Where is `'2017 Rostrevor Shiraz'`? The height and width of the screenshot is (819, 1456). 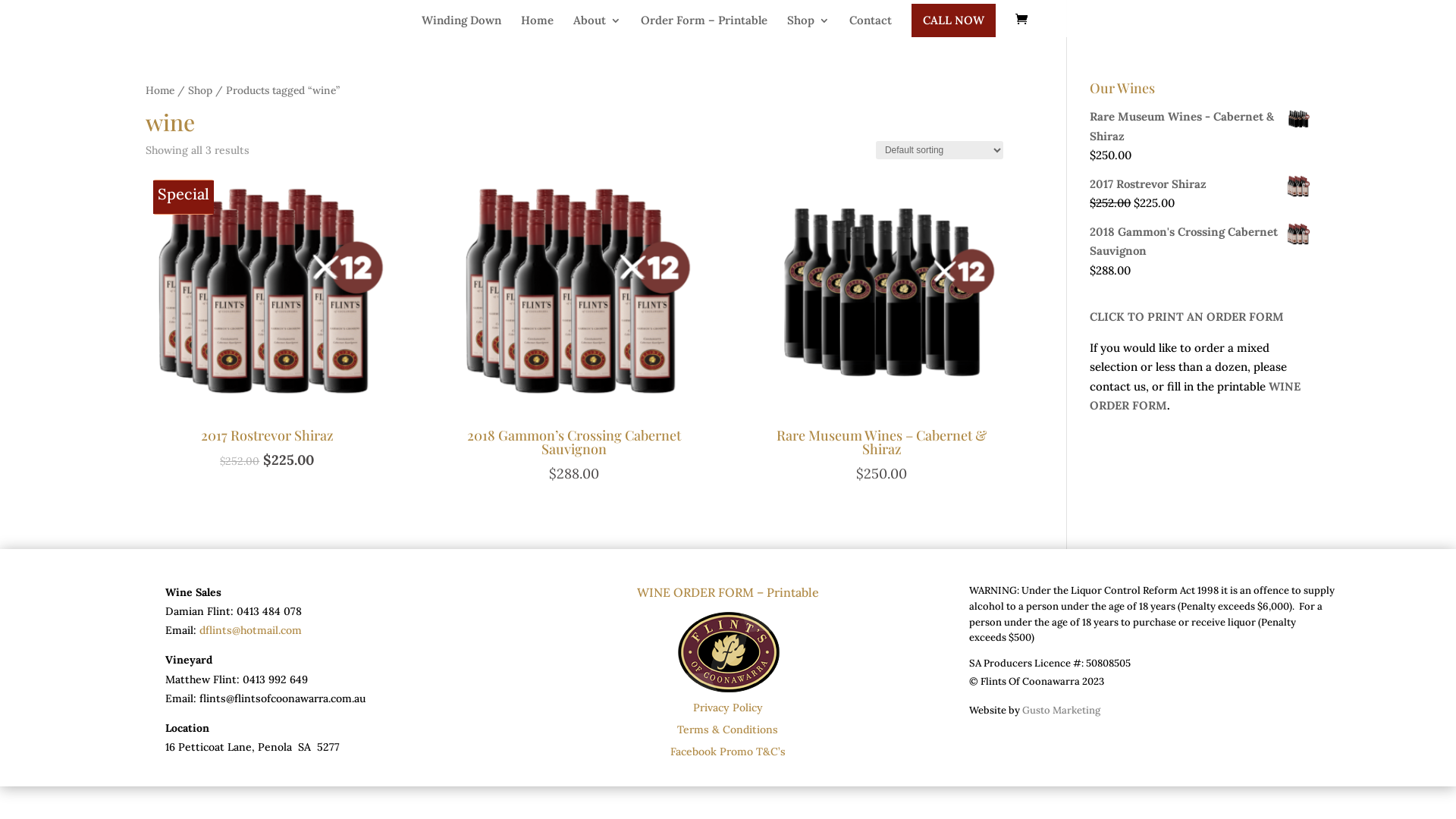 '2017 Rostrevor Shiraz' is located at coordinates (1199, 184).